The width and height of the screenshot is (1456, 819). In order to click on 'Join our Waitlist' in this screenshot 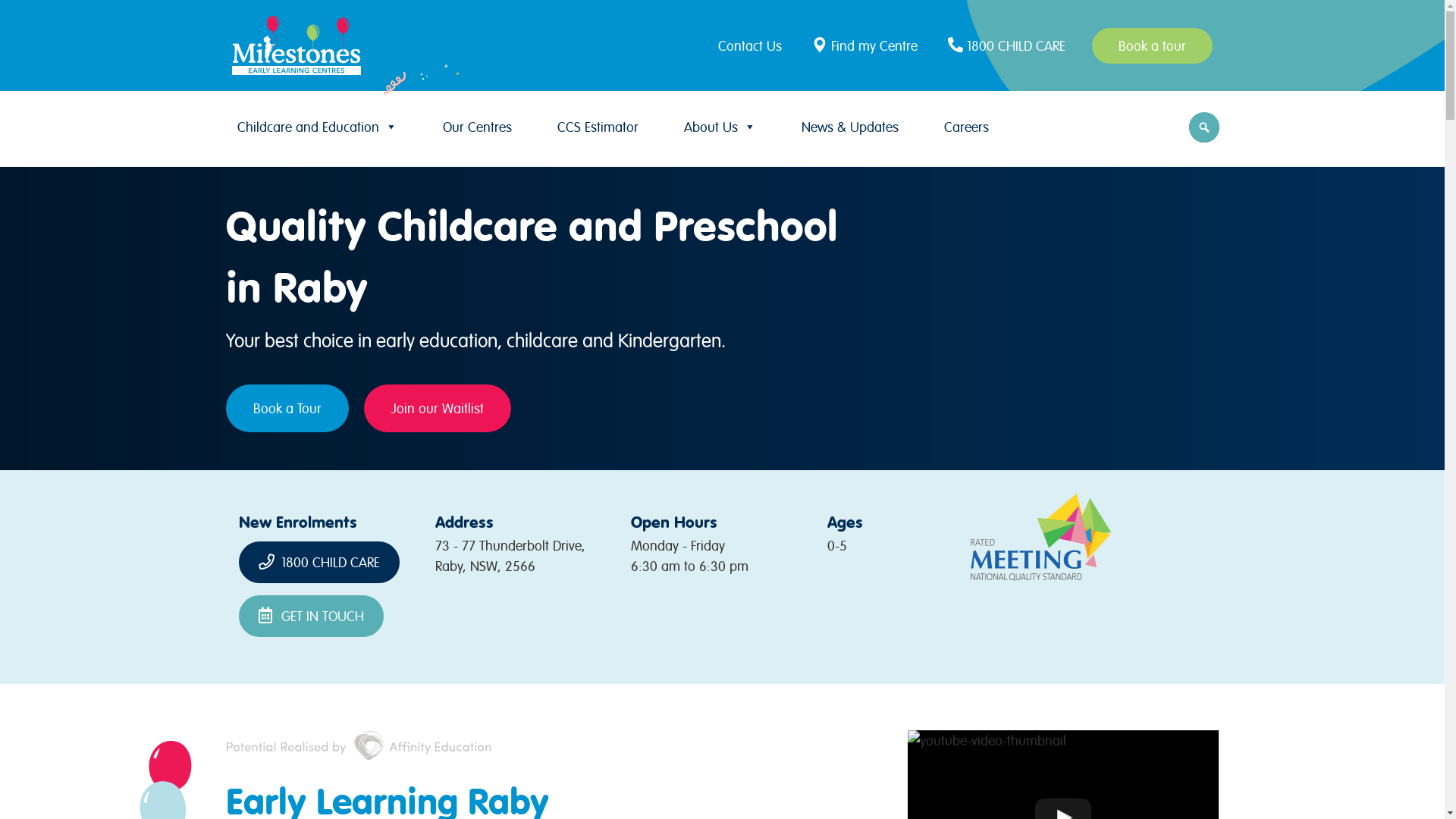, I will do `click(436, 407)`.